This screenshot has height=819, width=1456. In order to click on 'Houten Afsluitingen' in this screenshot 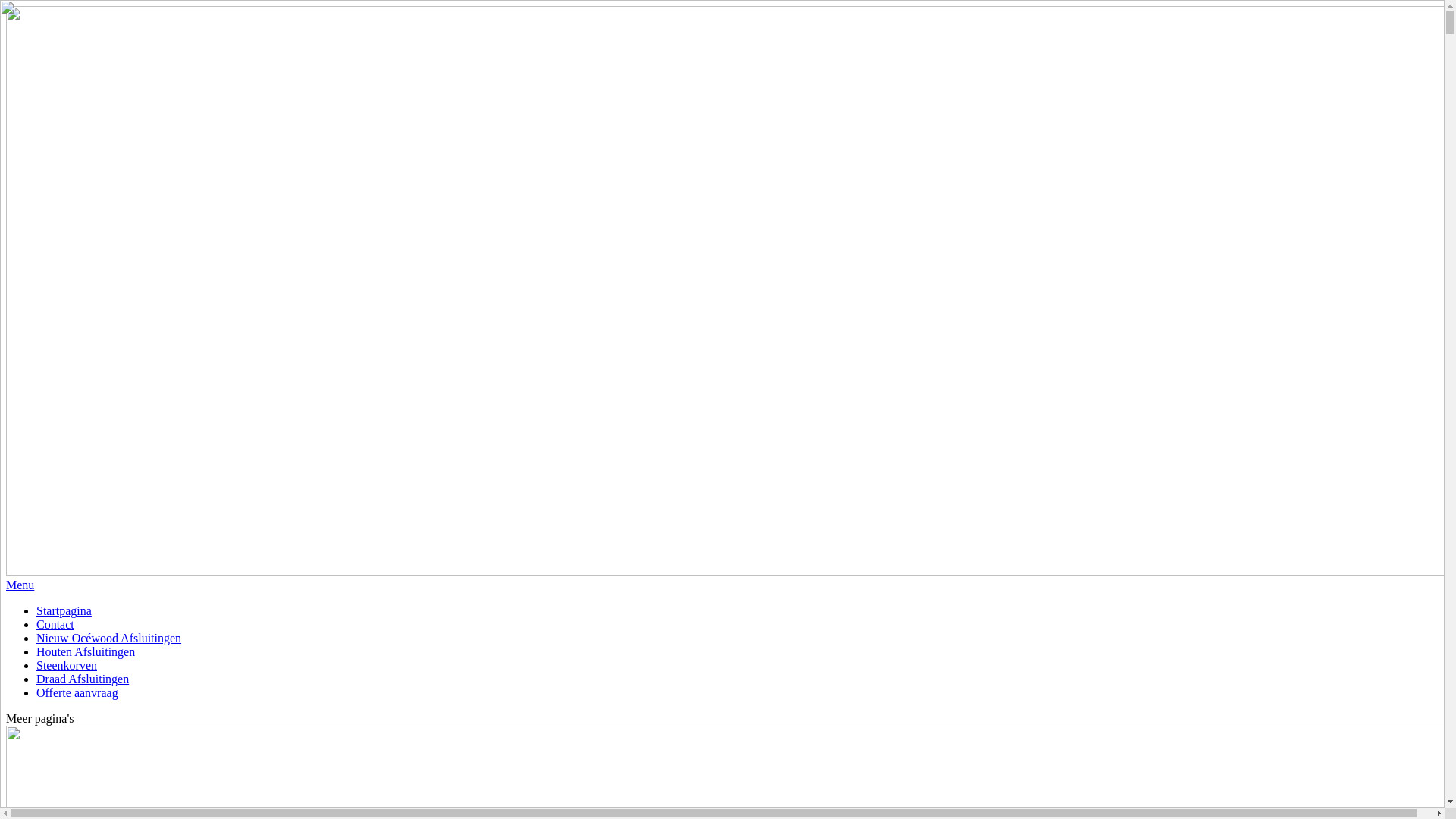, I will do `click(36, 651)`.